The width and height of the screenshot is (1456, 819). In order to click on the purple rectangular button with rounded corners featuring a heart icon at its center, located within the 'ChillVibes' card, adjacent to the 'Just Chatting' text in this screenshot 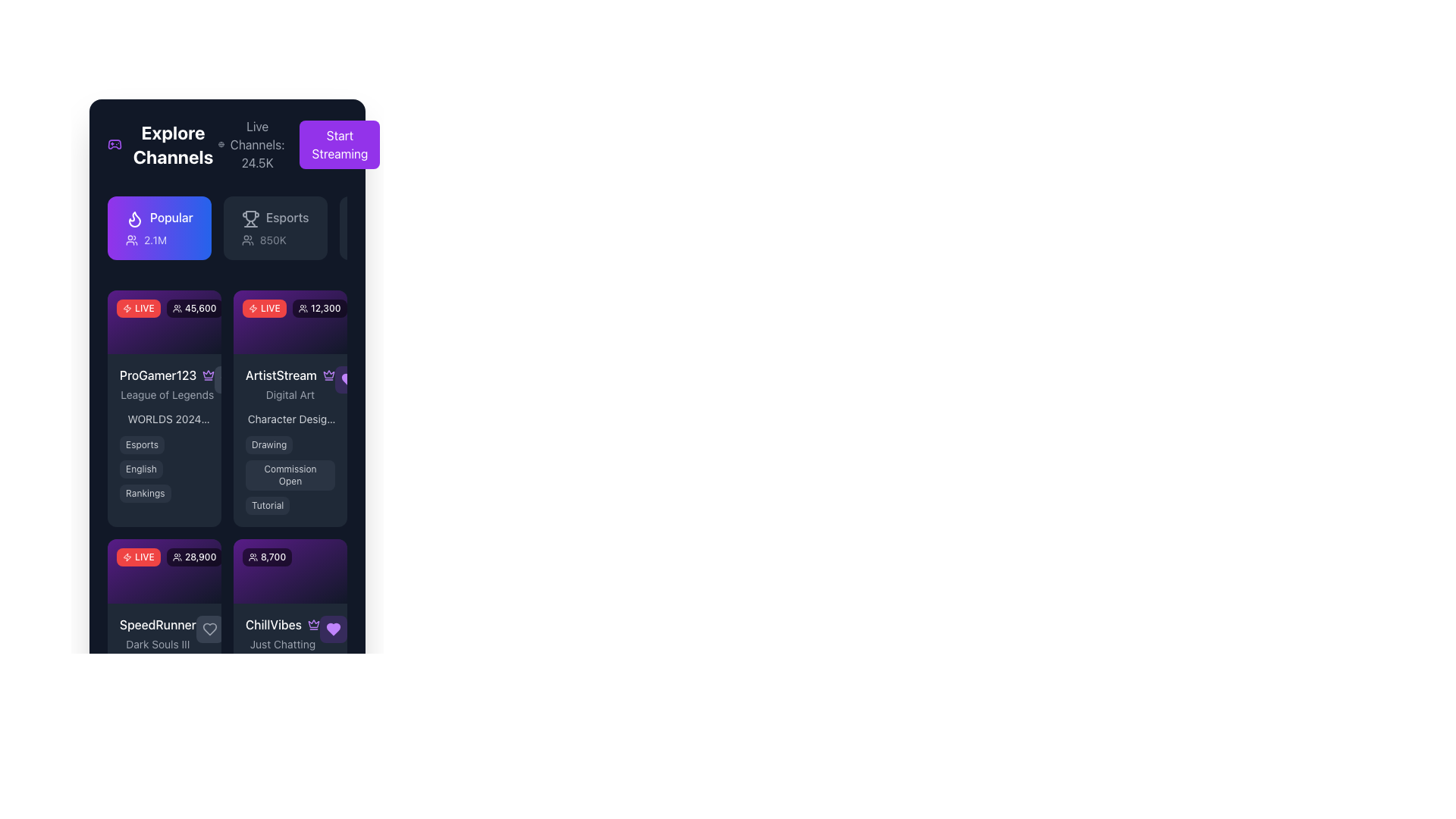, I will do `click(332, 629)`.